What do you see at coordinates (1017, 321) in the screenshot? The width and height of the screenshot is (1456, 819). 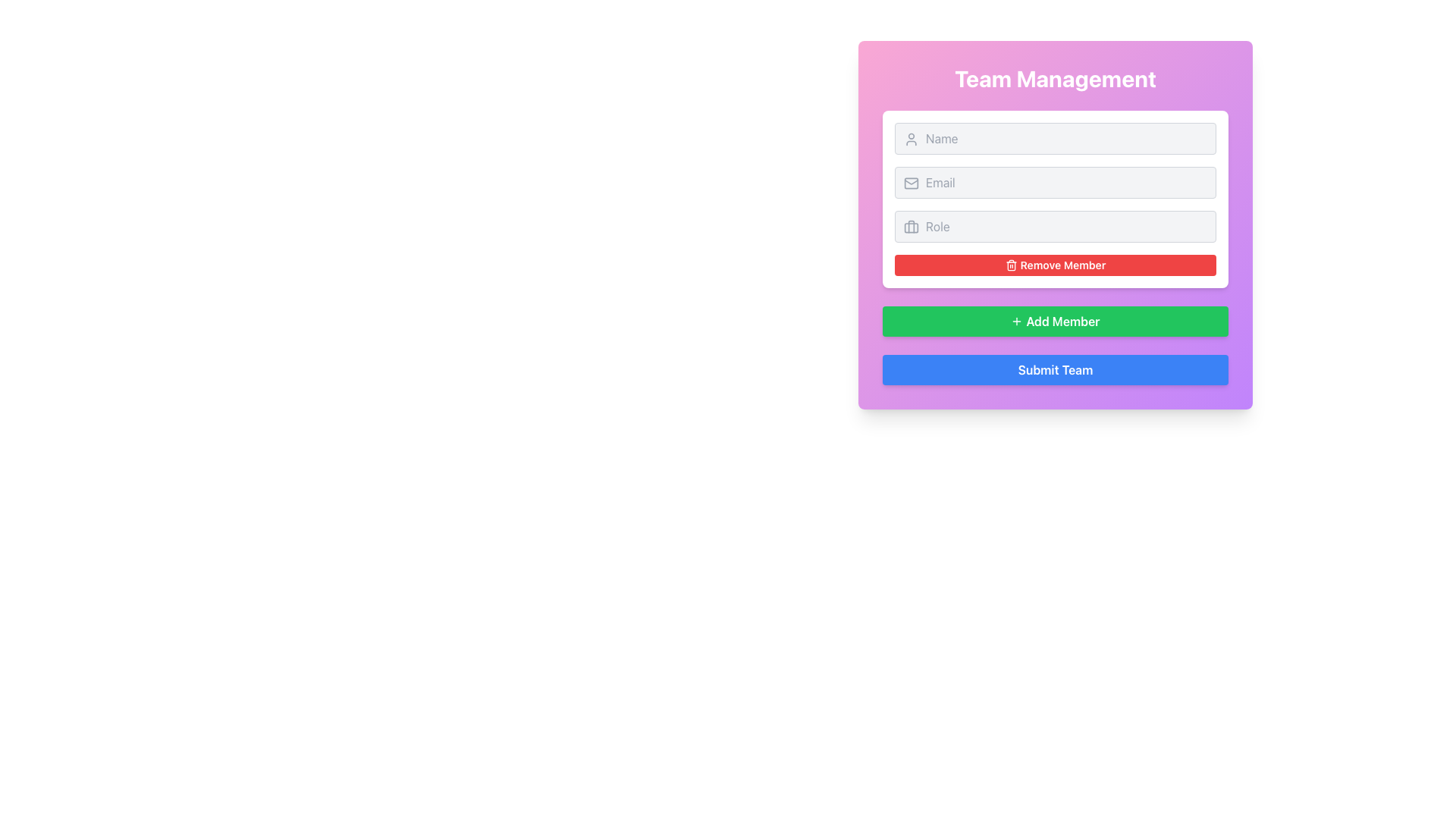 I see `the plus icon, which features a green background and white lines, located to the left of the 'Add Member' button` at bounding box center [1017, 321].